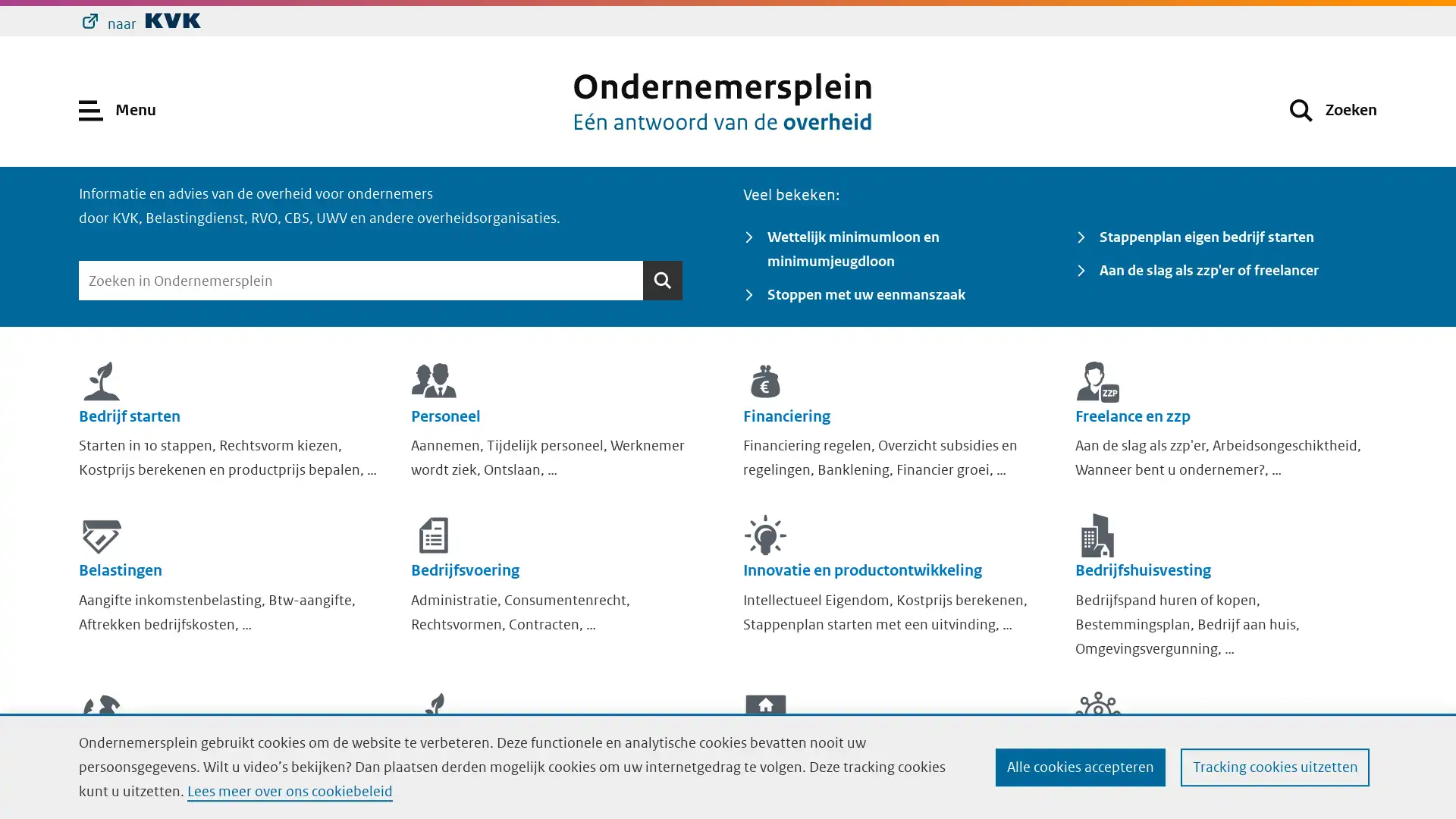  I want to click on Alle cookies accepteren, so click(1080, 767).